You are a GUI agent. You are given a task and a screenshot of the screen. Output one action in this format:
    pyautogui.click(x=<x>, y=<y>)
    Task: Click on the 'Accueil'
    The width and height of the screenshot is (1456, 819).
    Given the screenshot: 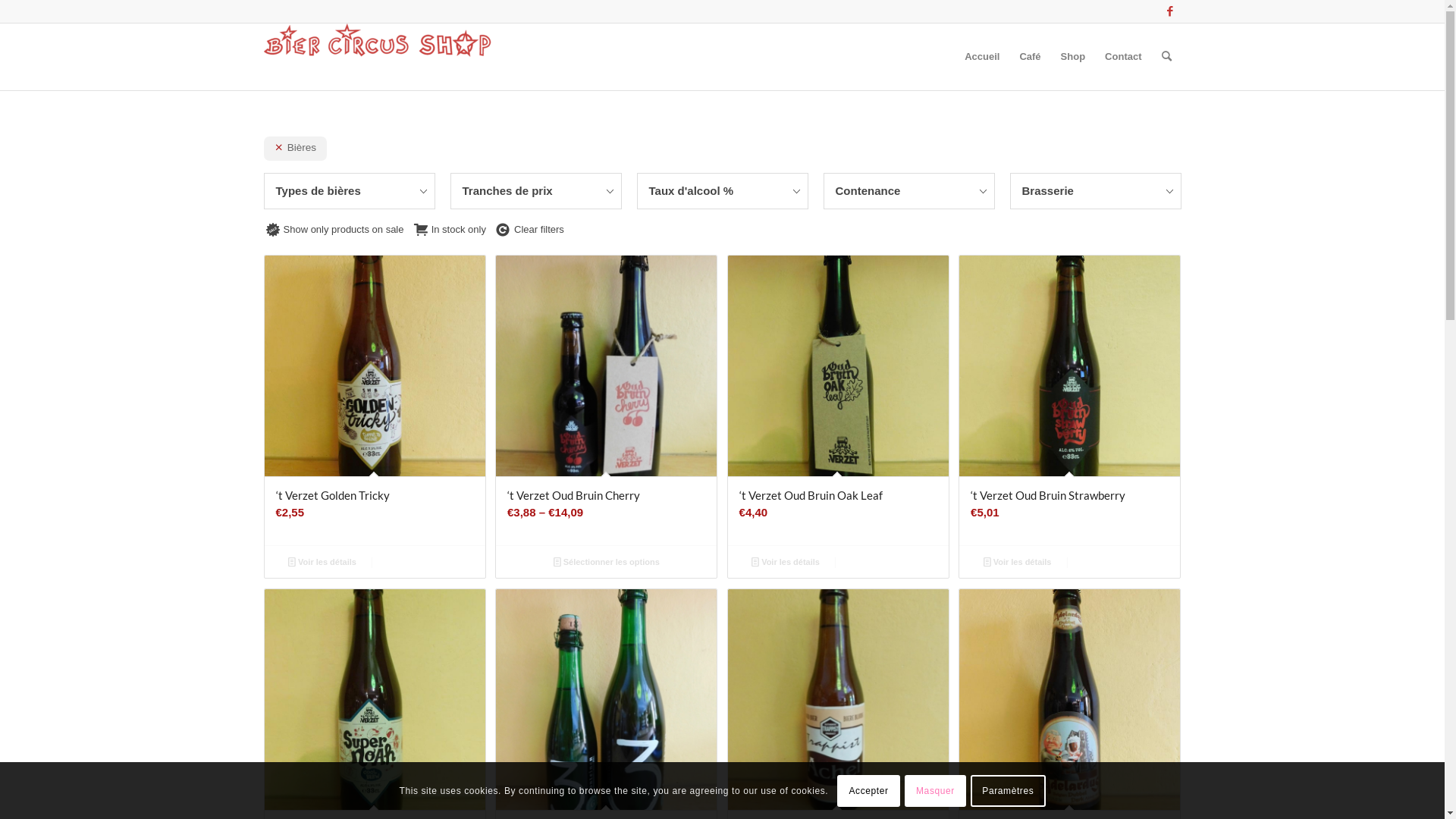 What is the action you would take?
    pyautogui.click(x=982, y=55)
    